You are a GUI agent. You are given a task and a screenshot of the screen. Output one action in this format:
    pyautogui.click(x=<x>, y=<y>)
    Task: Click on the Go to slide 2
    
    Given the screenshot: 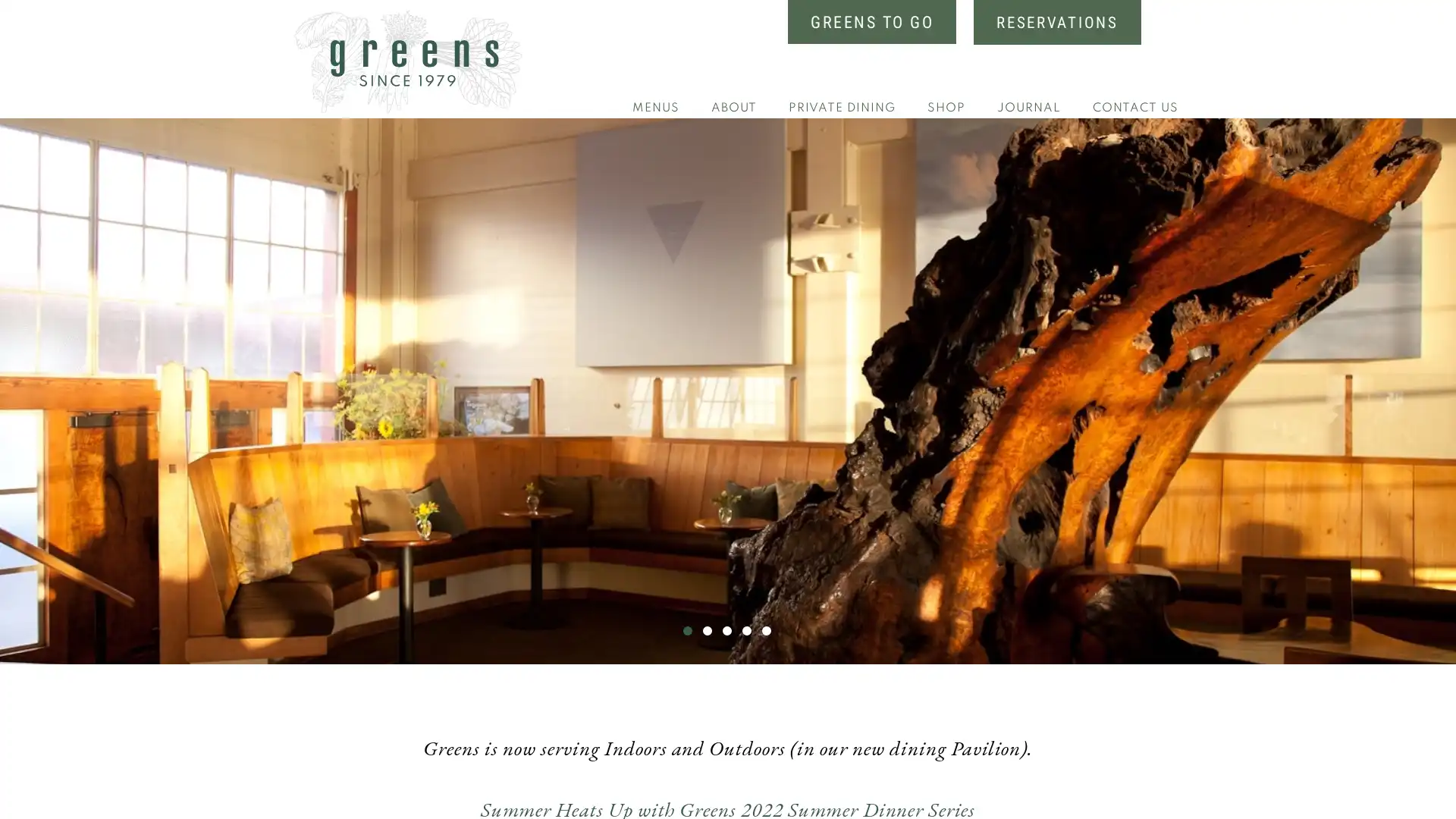 What is the action you would take?
    pyautogui.click(x=706, y=629)
    